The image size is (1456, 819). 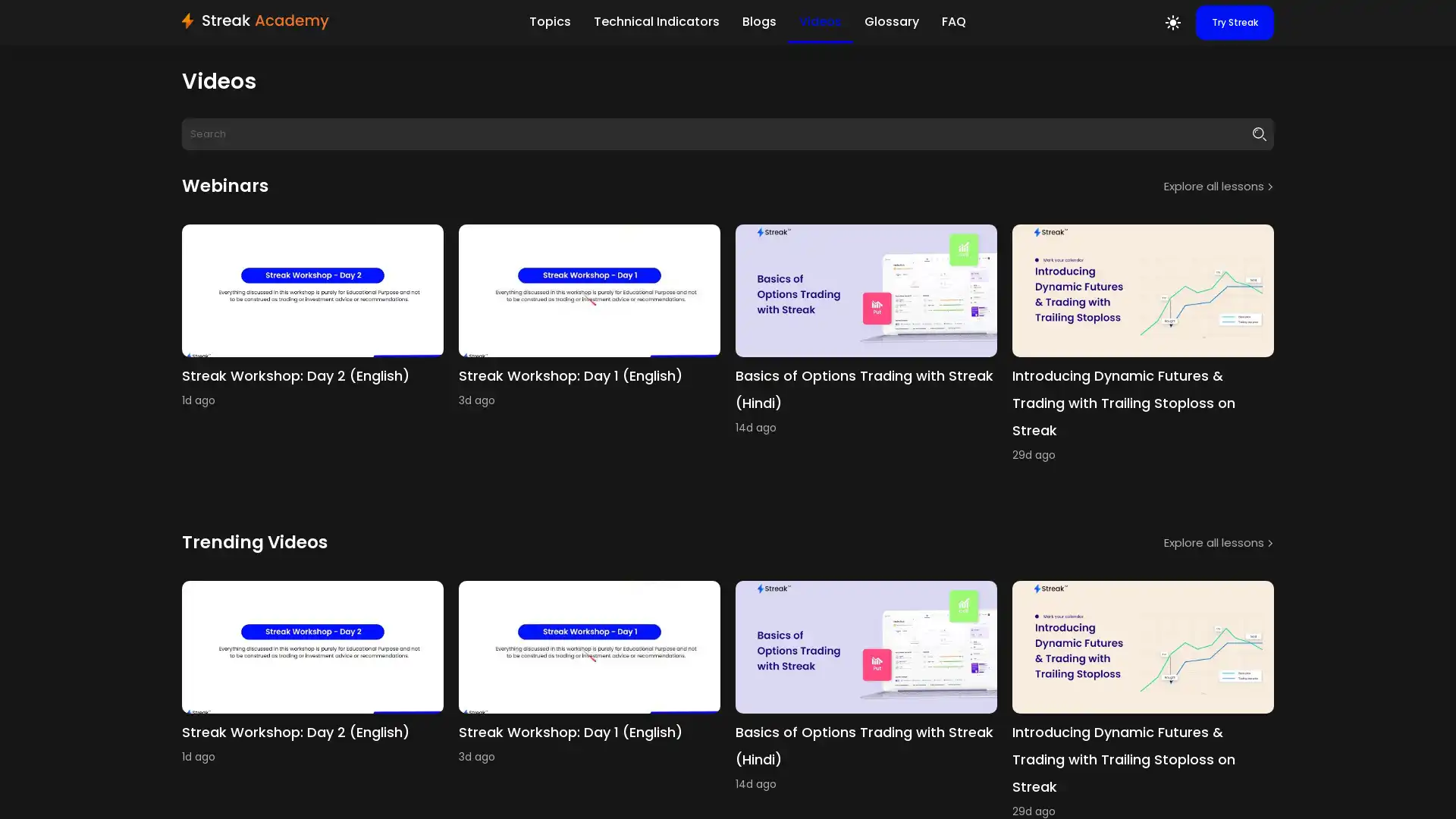 What do you see at coordinates (1219, 185) in the screenshot?
I see `Explore all lessons` at bounding box center [1219, 185].